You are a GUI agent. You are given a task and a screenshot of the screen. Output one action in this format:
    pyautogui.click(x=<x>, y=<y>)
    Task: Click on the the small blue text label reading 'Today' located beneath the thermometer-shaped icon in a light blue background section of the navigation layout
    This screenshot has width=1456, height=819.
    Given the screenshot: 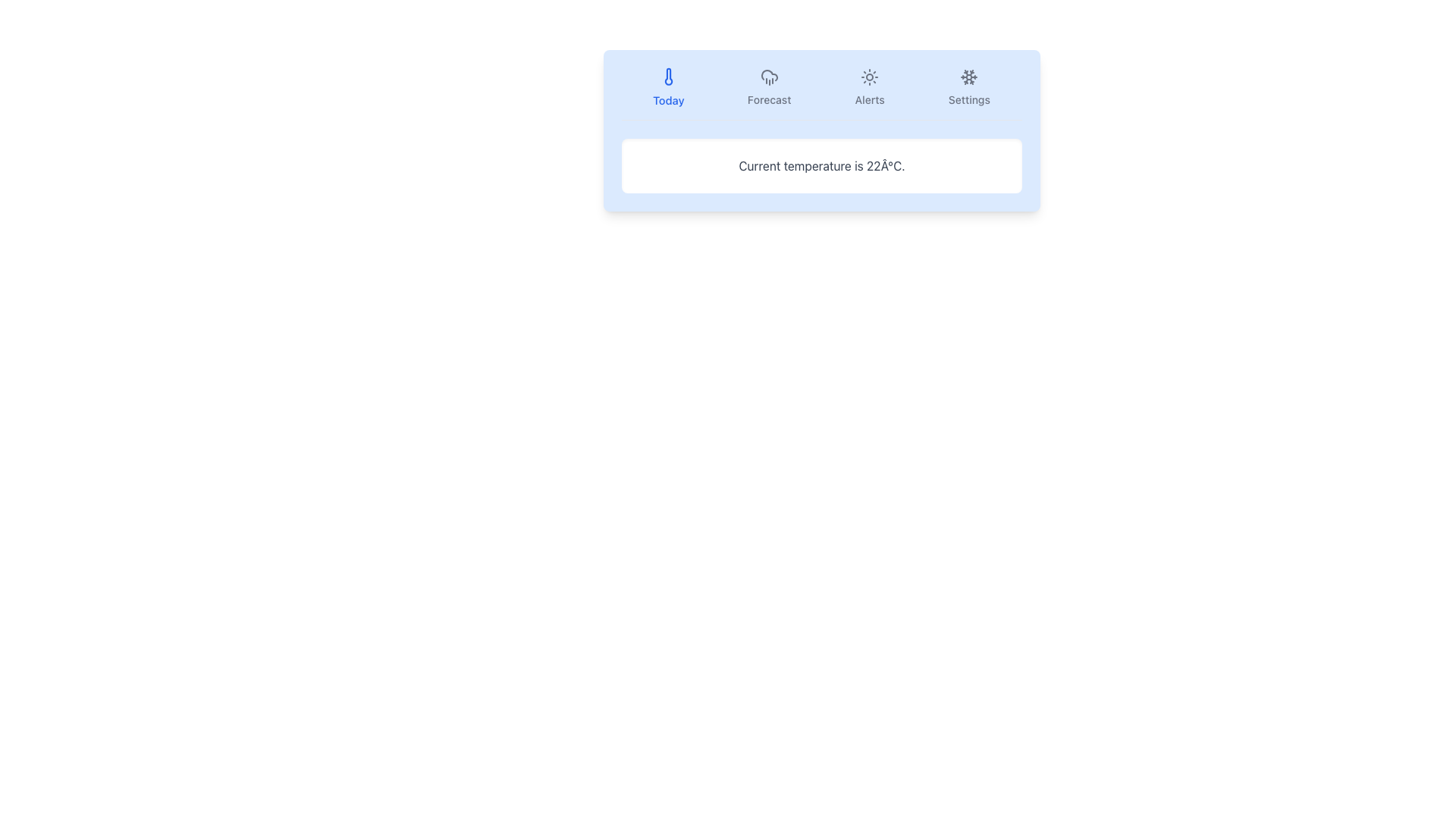 What is the action you would take?
    pyautogui.click(x=667, y=100)
    